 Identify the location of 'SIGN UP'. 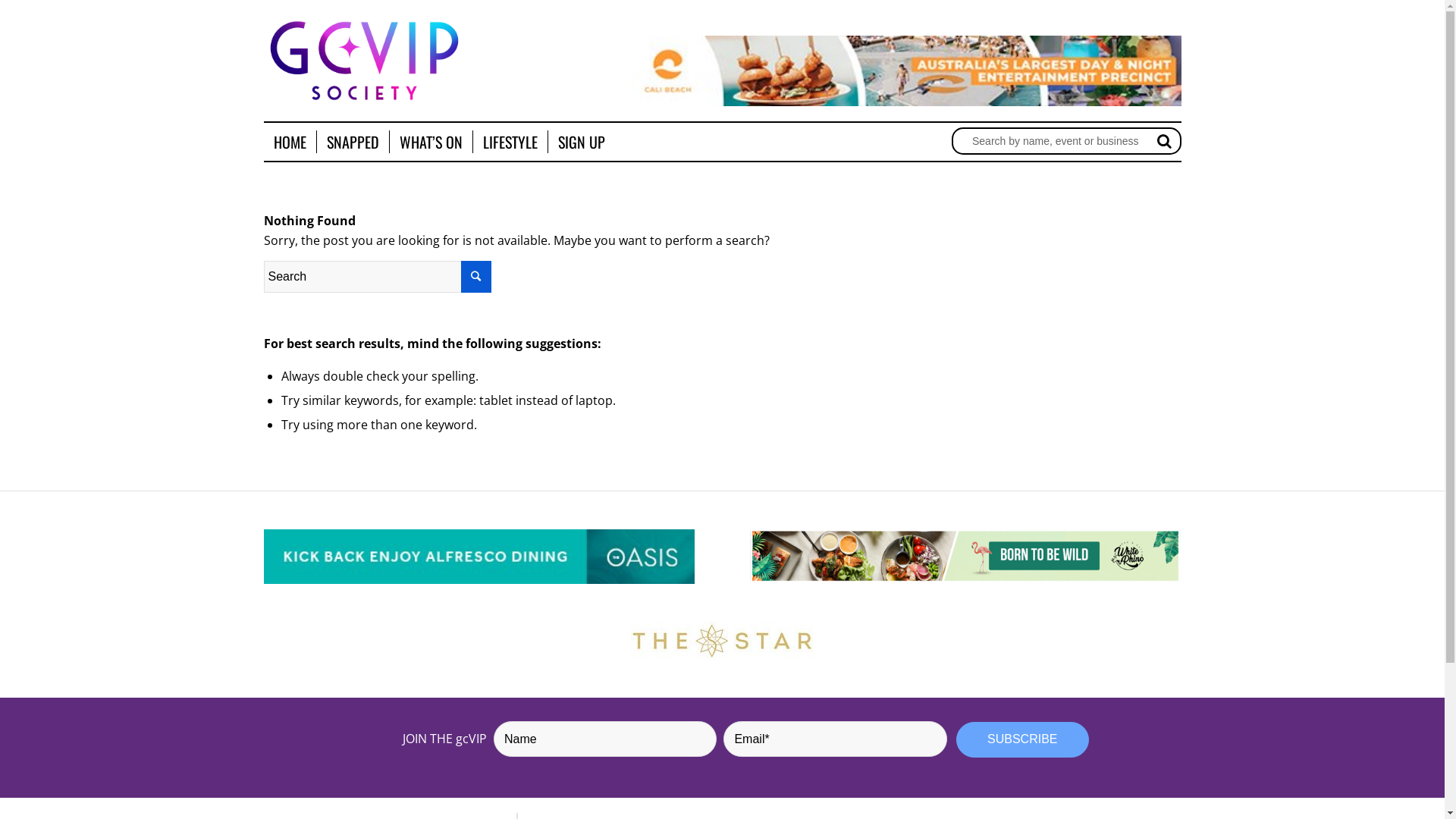
(580, 141).